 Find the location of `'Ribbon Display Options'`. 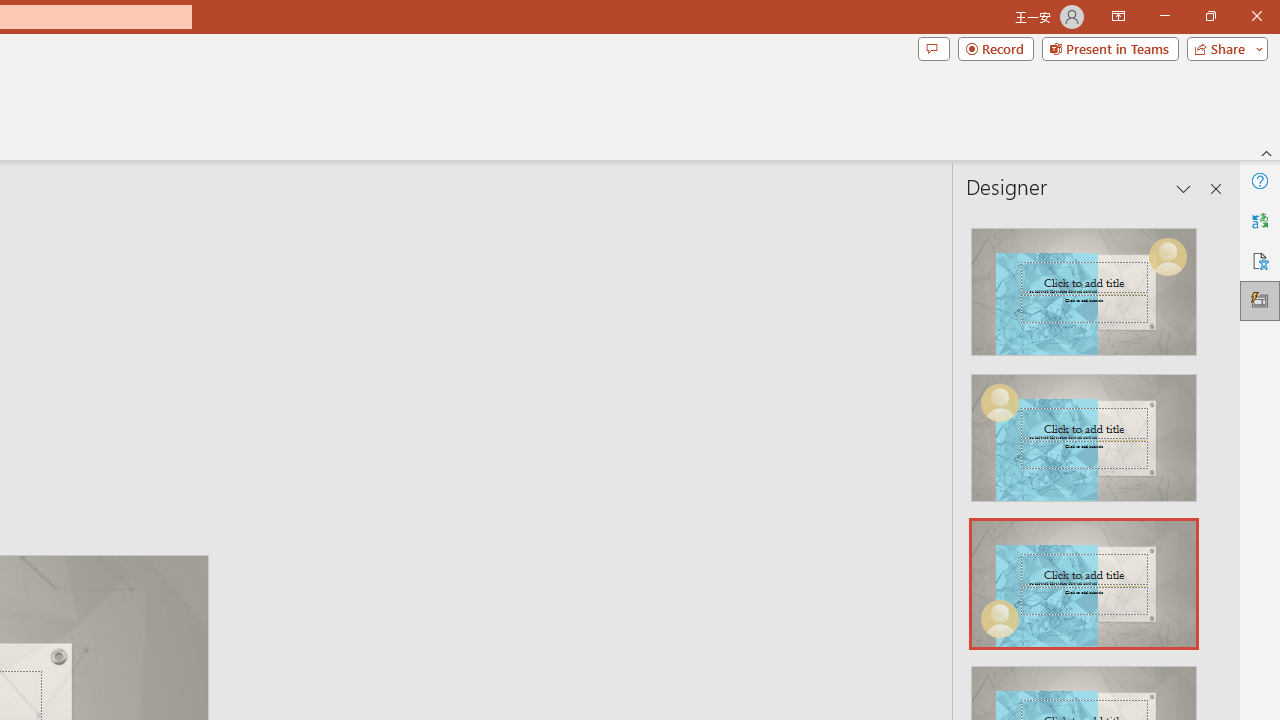

'Ribbon Display Options' is located at coordinates (1117, 16).